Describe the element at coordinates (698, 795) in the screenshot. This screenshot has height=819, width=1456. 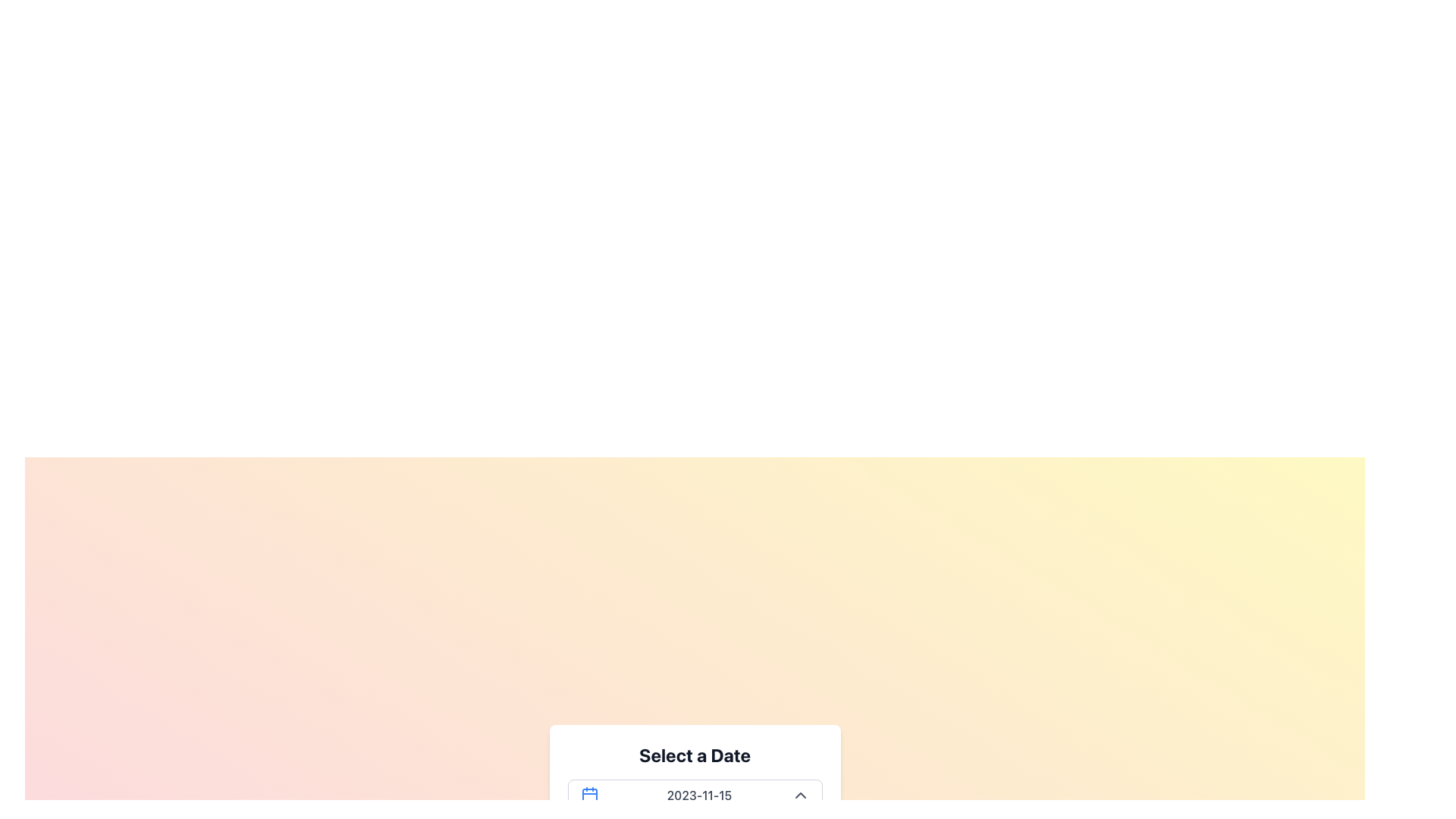
I see `date value displayed in the Text label located between the calendar icon and dropdown icon in the date picker interface` at that location.